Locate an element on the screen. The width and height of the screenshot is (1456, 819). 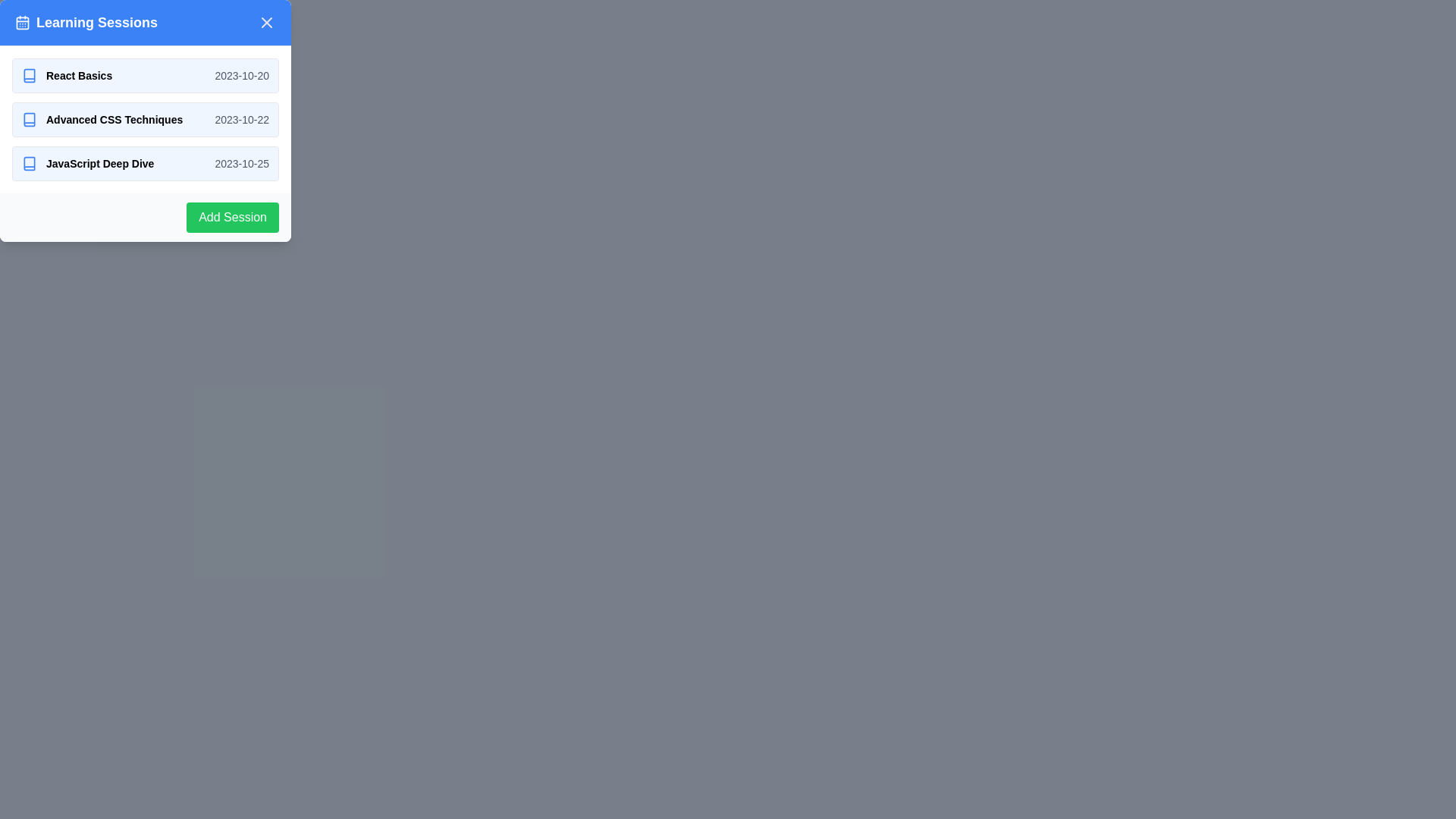
the 'React Basics' session icon (SVG) which serves as a visual marker for quick identification of the session is located at coordinates (29, 76).